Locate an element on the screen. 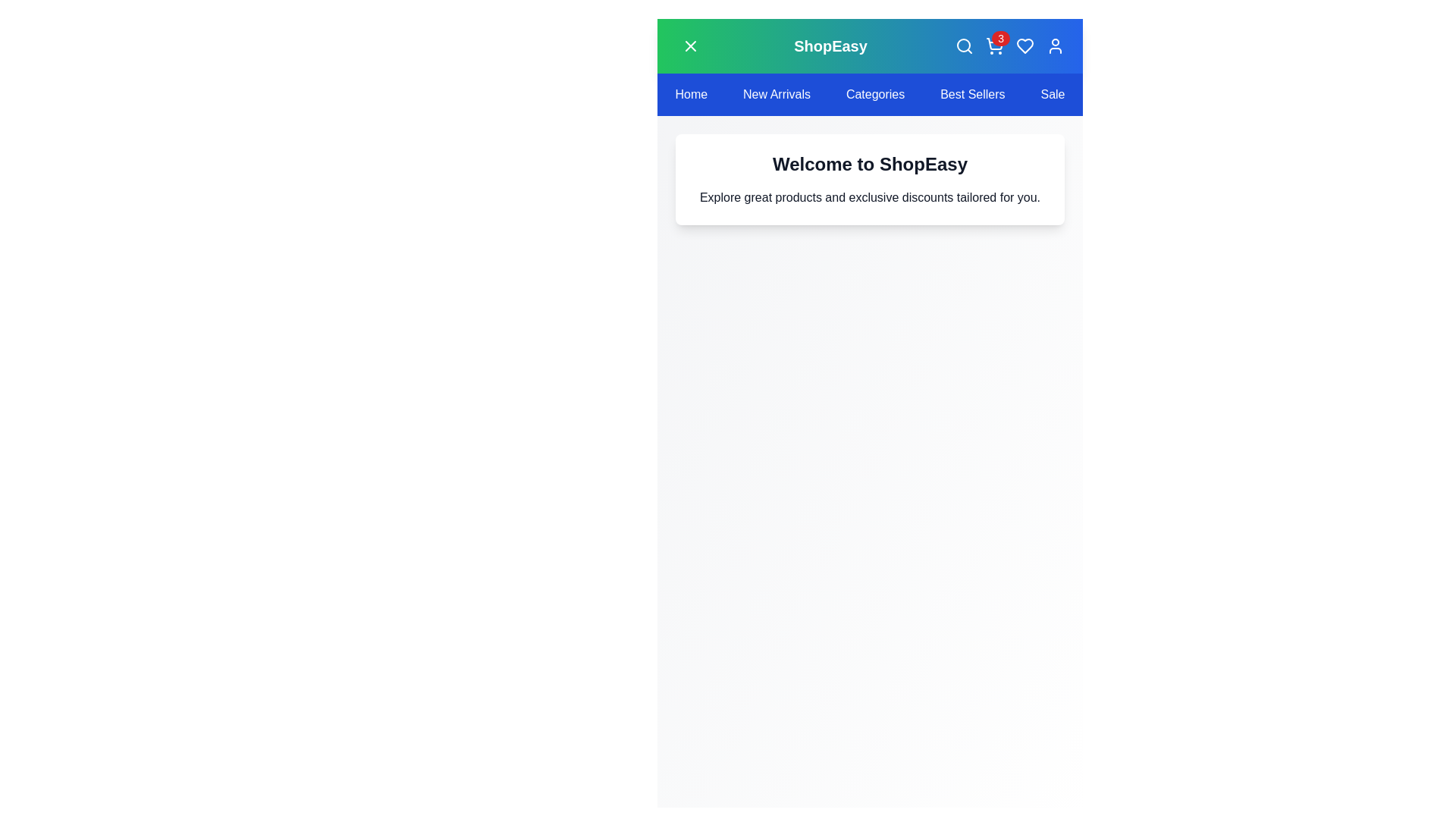 The height and width of the screenshot is (819, 1456). the navbar item labeled 'Sale' to navigate to the corresponding section is located at coordinates (1052, 94).